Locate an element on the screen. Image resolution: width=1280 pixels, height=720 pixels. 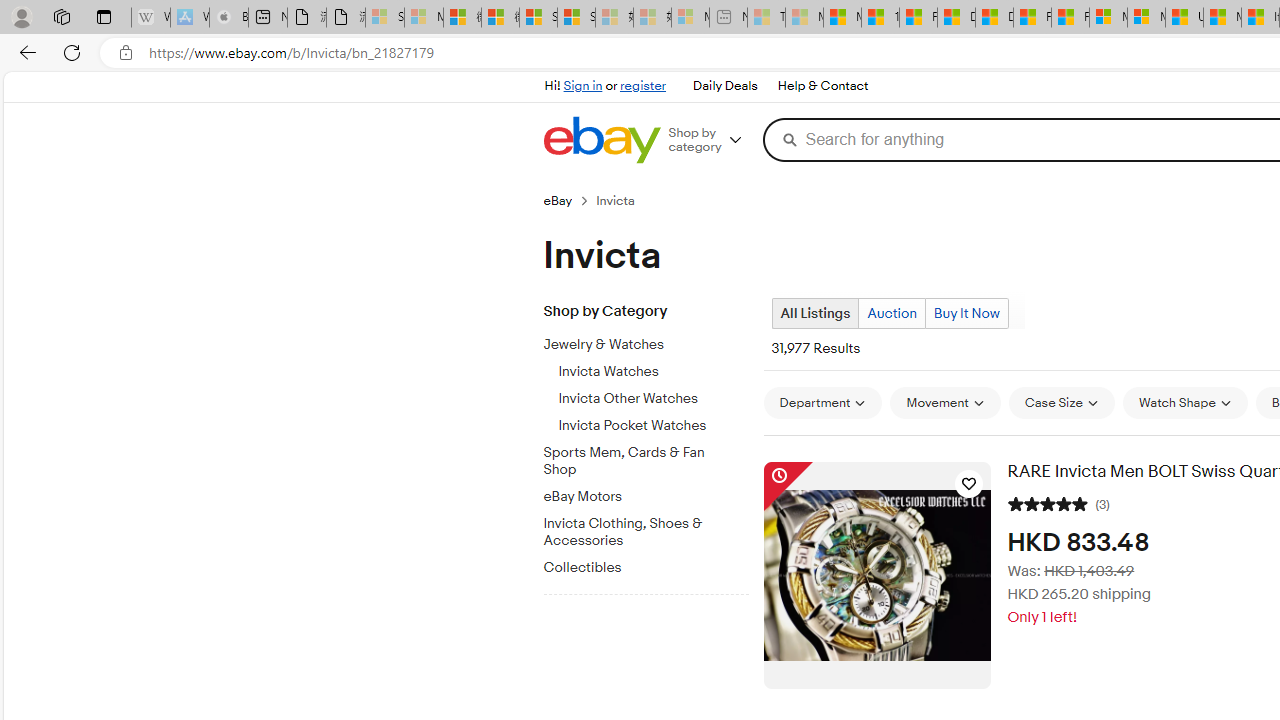
'Auction' is located at coordinates (891, 313).